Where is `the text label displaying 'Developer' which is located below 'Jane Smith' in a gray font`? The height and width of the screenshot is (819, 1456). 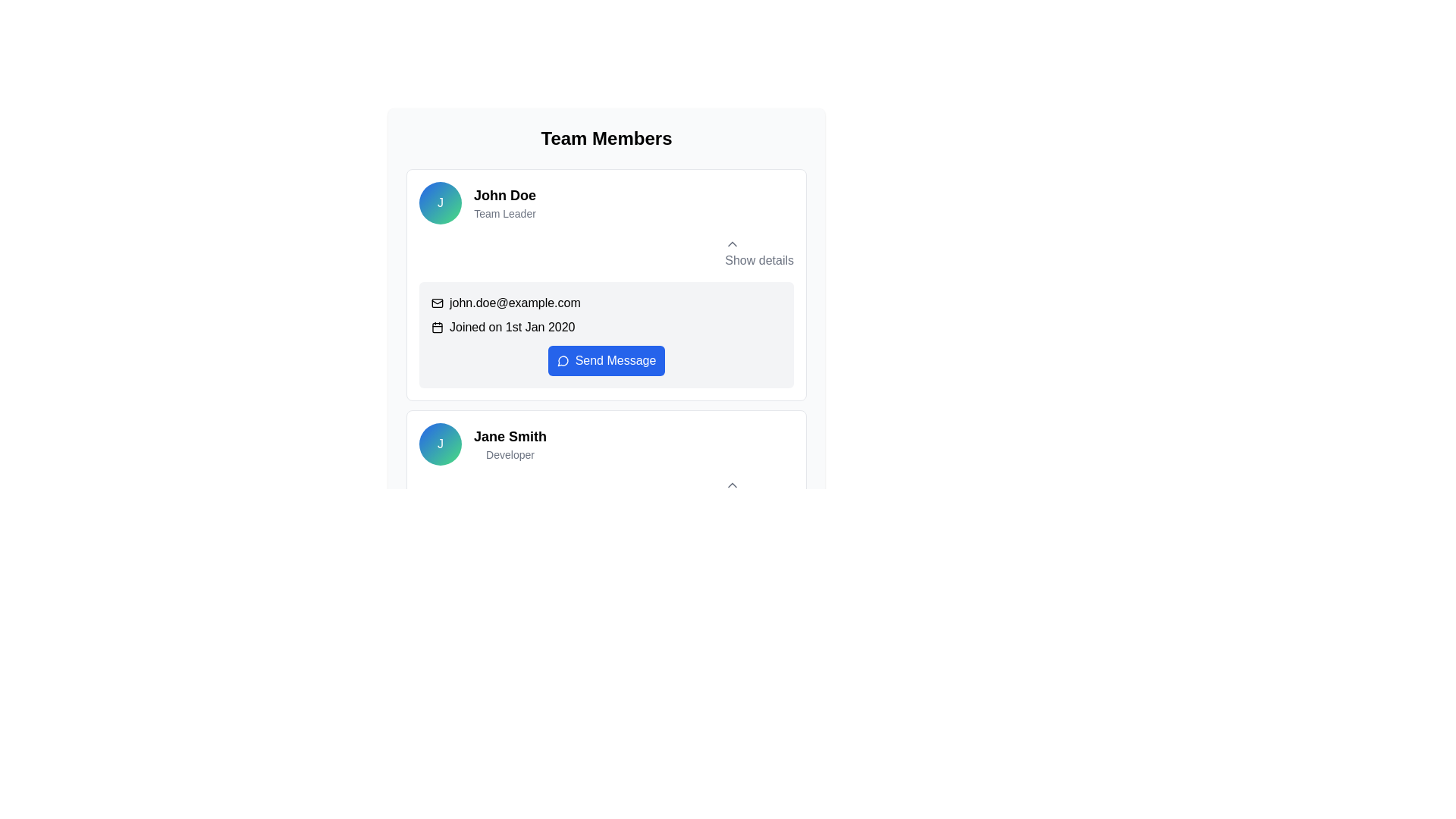 the text label displaying 'Developer' which is located below 'Jane Smith' in a gray font is located at coordinates (510, 454).